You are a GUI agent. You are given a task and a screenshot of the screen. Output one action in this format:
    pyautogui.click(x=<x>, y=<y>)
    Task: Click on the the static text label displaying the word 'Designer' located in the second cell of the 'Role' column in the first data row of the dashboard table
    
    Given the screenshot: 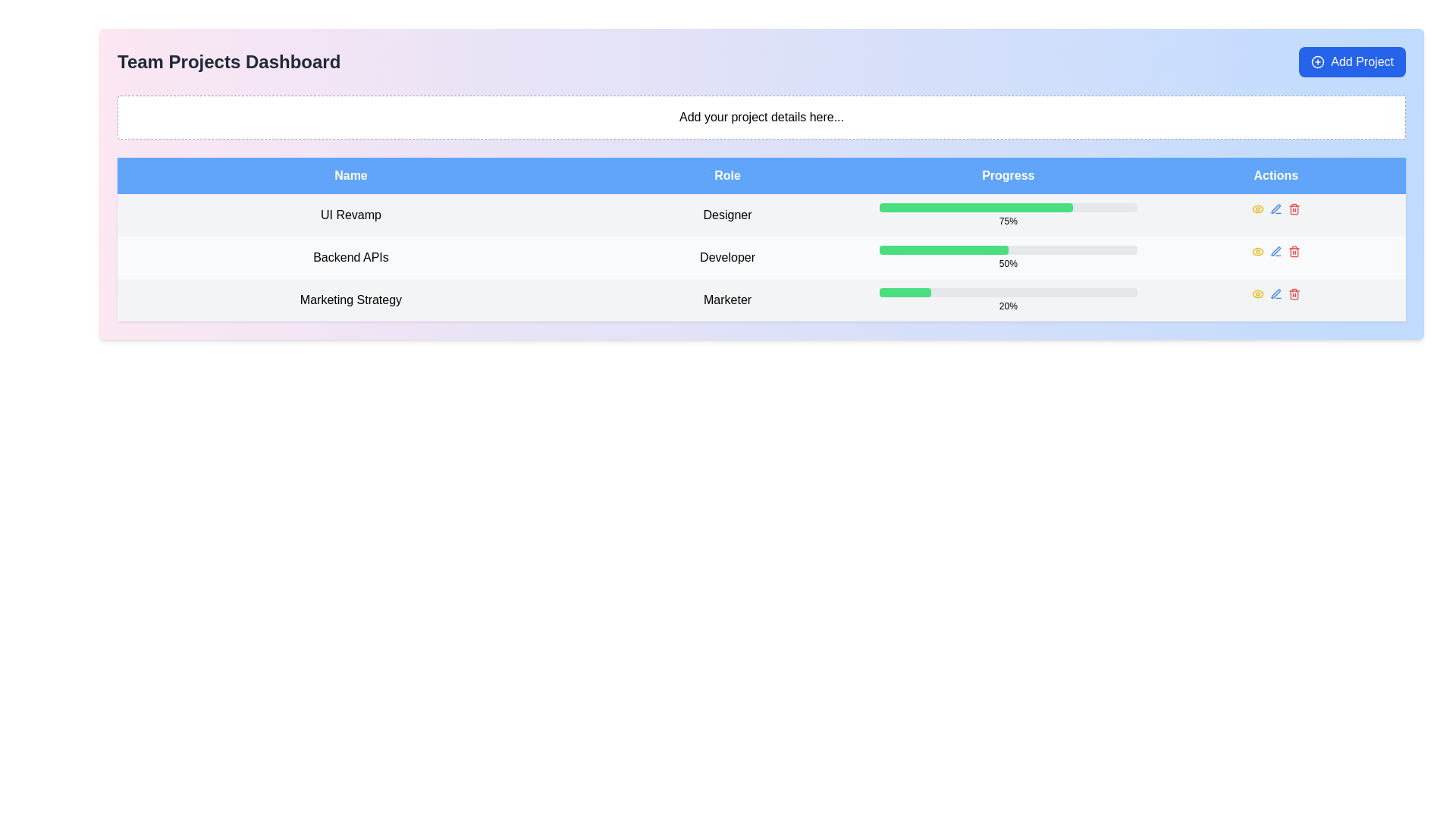 What is the action you would take?
    pyautogui.click(x=726, y=215)
    